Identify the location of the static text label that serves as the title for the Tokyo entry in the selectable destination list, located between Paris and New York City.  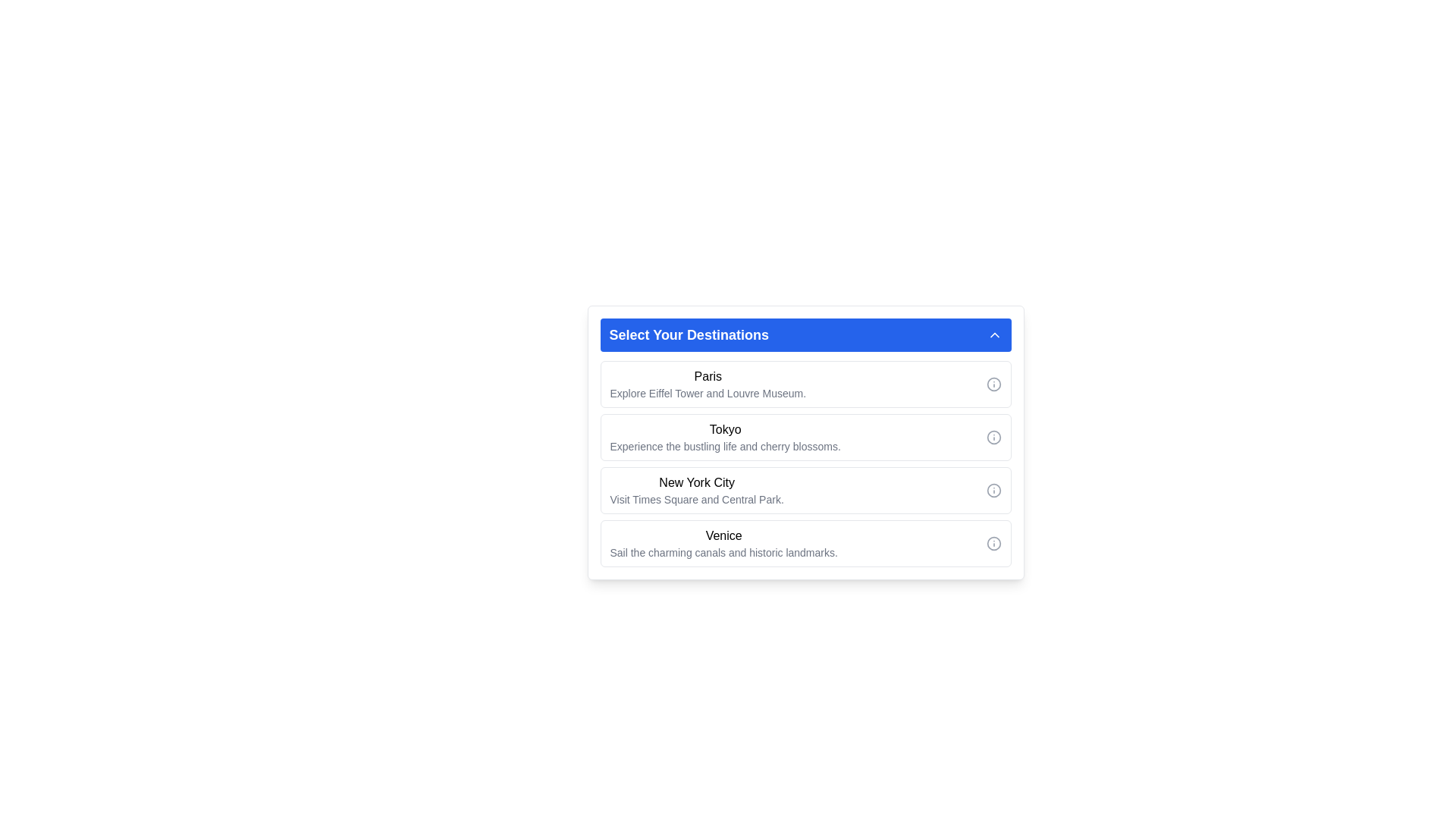
(724, 430).